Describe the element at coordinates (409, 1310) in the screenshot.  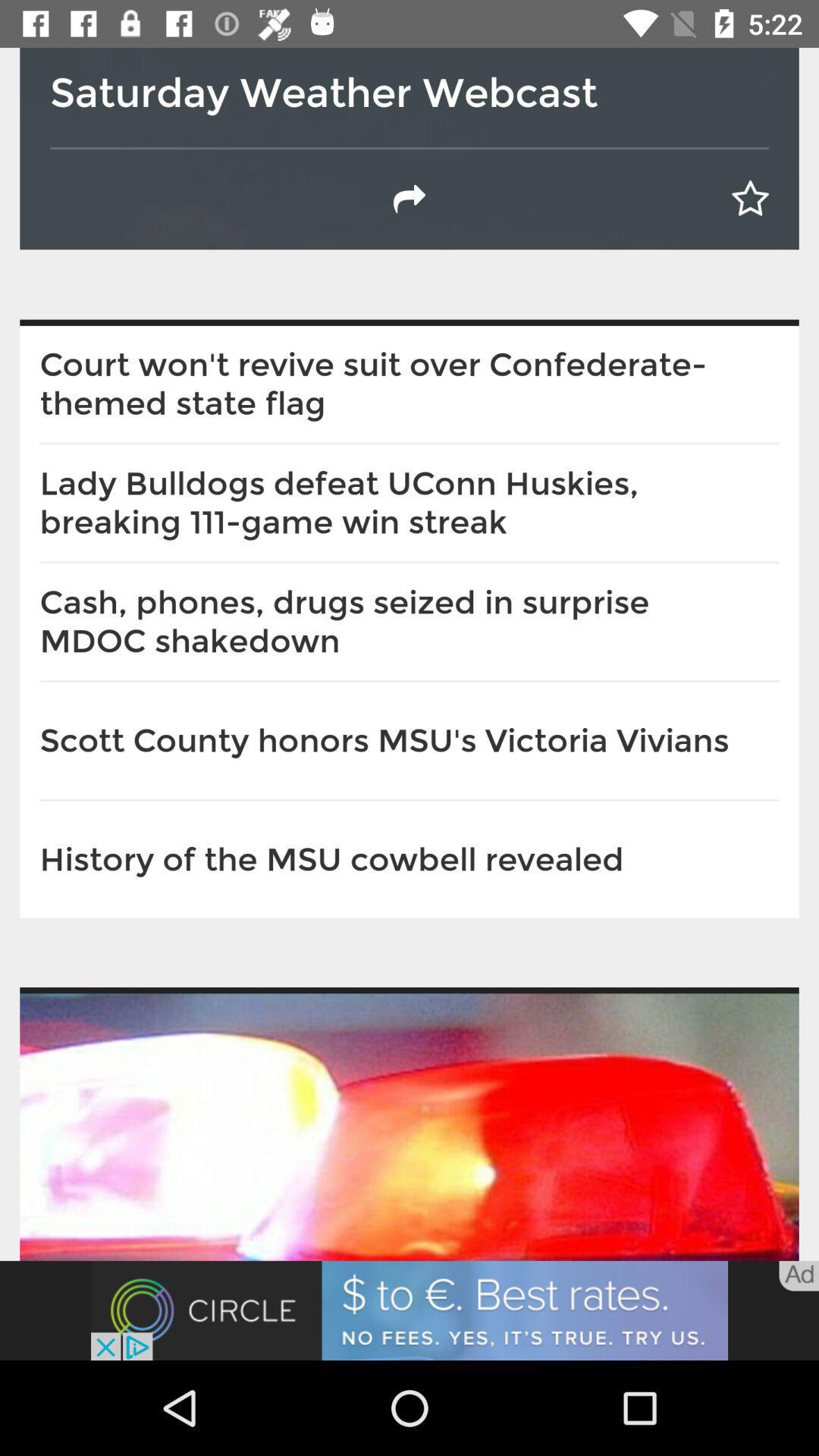
I see `advertisement link` at that location.